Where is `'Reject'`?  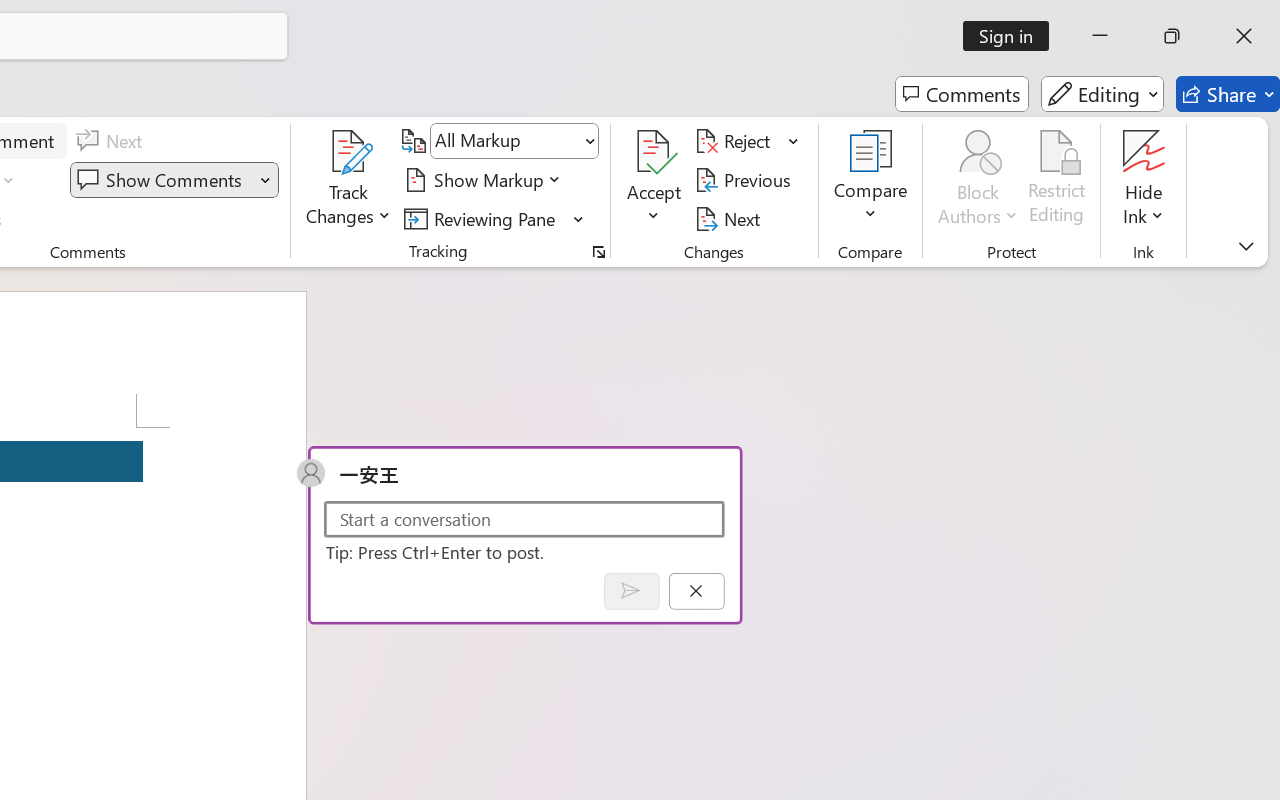
'Reject' is located at coordinates (746, 141).